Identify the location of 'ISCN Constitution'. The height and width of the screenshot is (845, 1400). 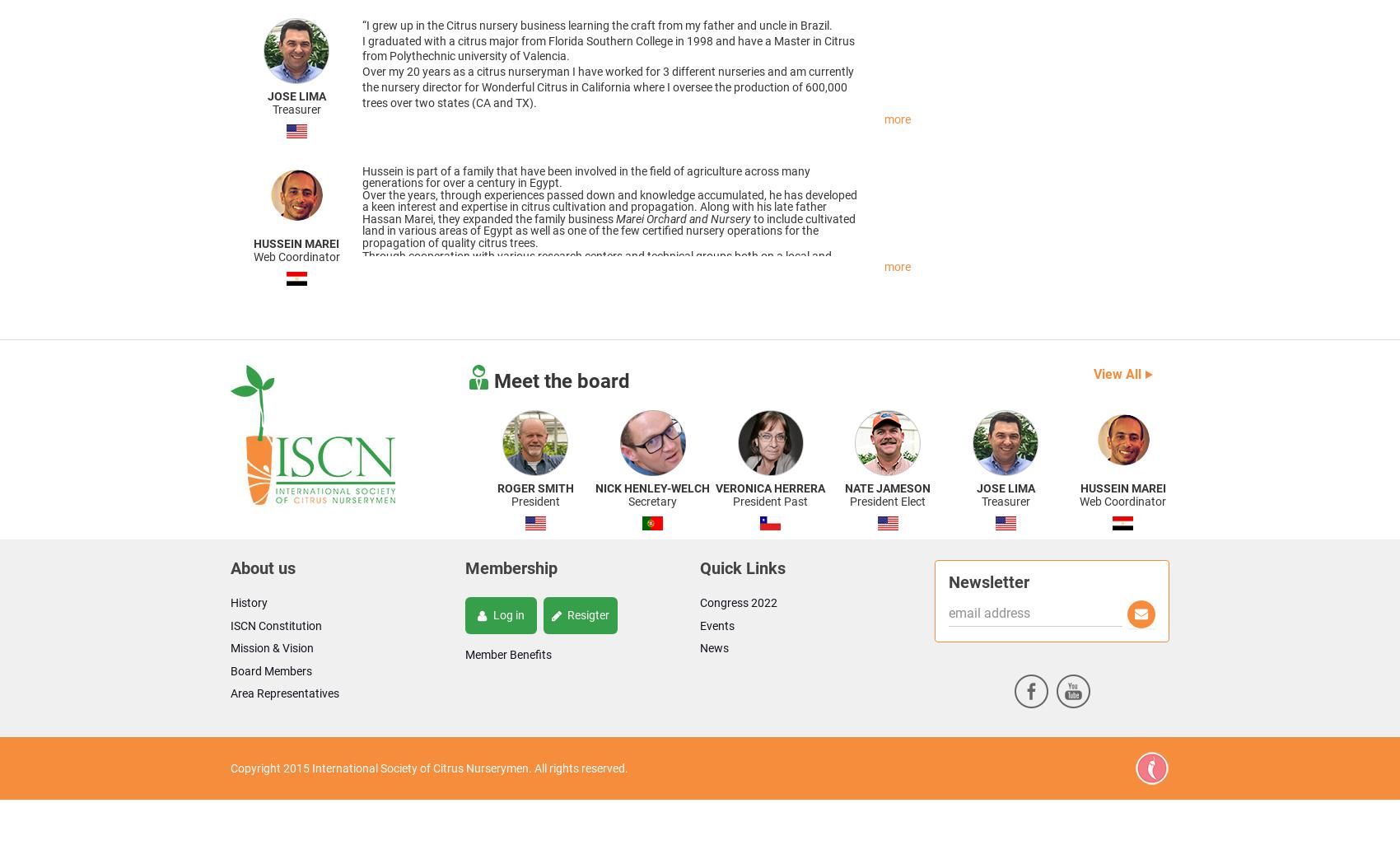
(230, 625).